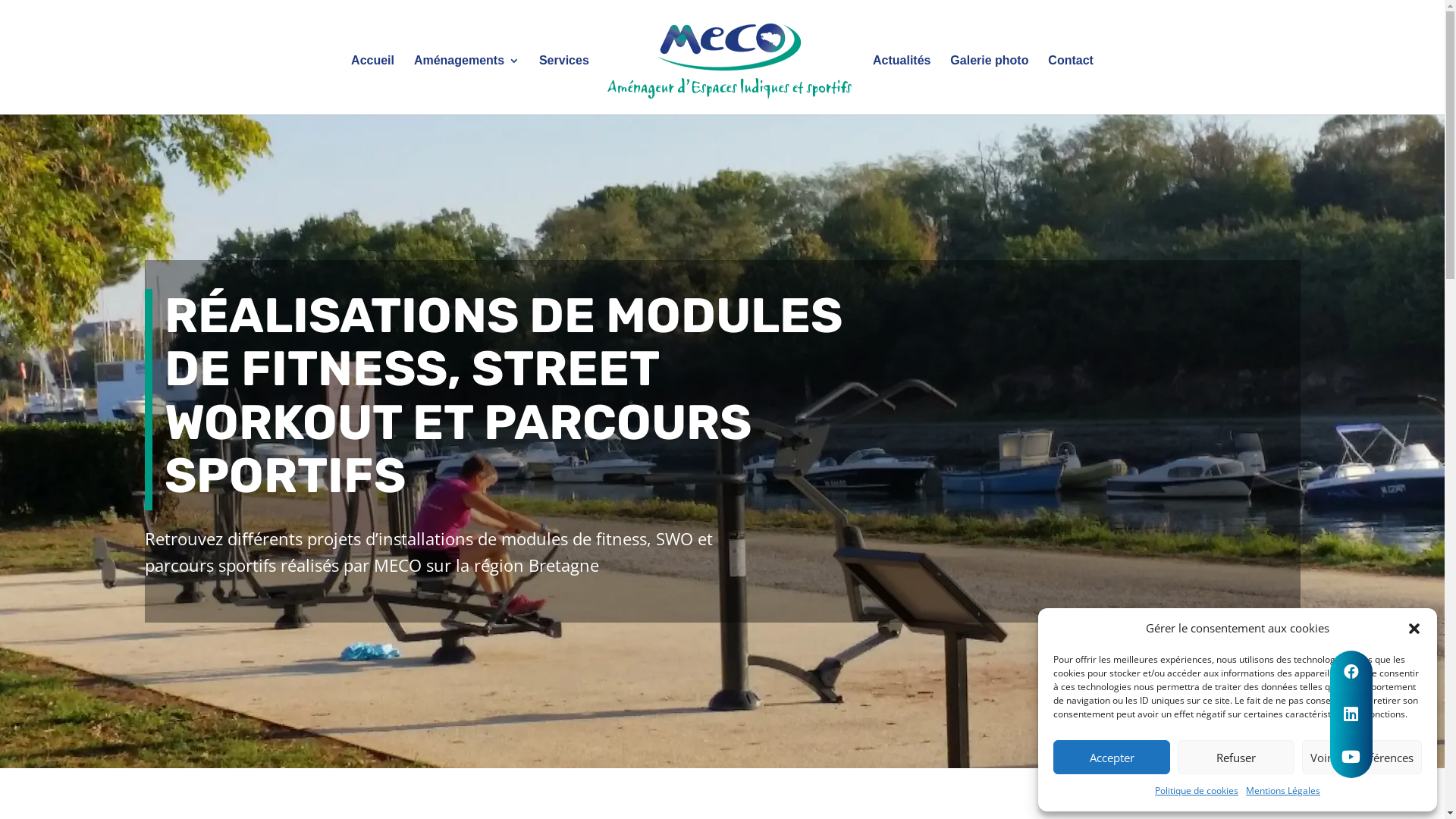 The height and width of the screenshot is (819, 1456). What do you see at coordinates (1153, 789) in the screenshot?
I see `'Politique de cookies'` at bounding box center [1153, 789].